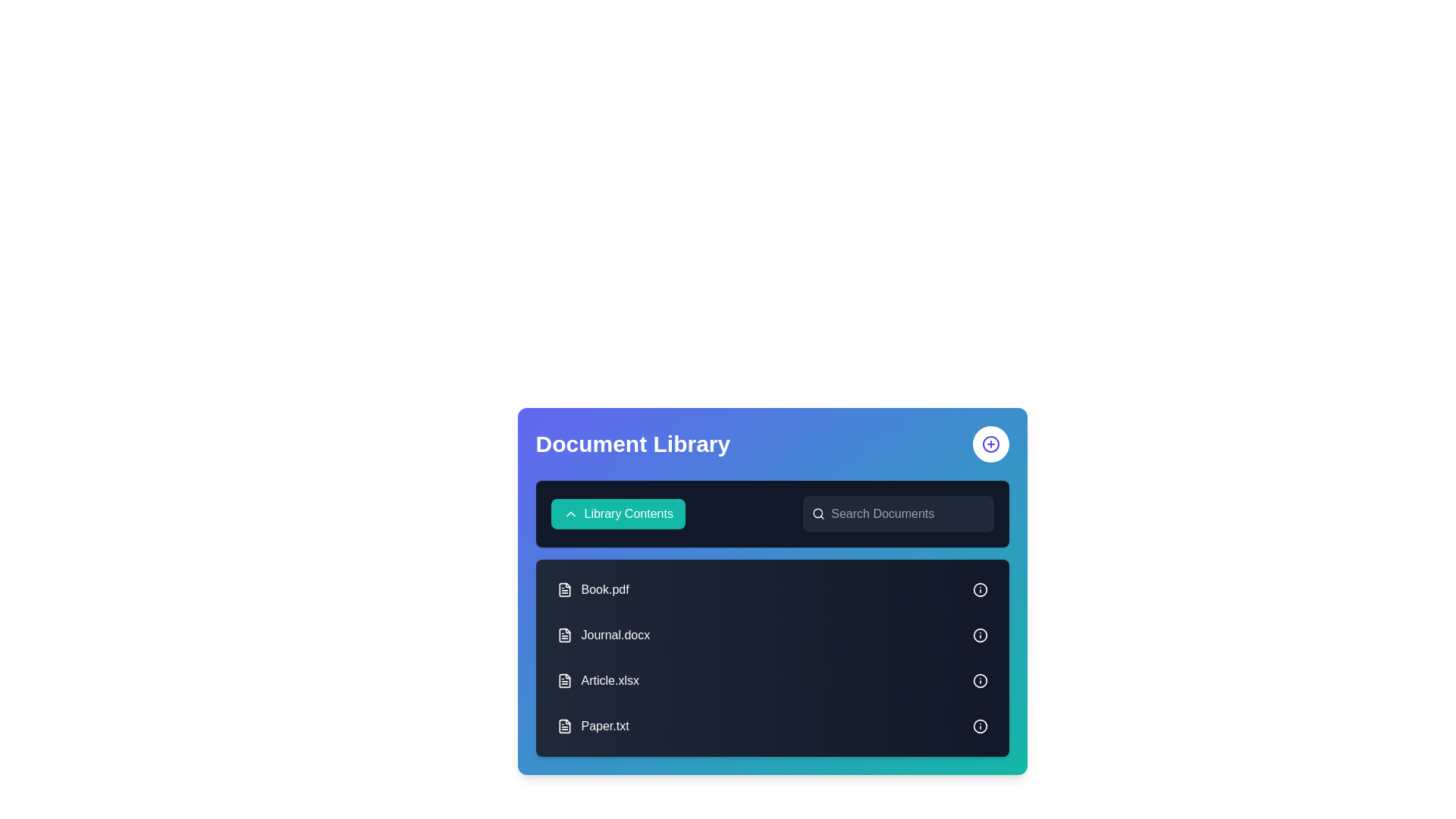  Describe the element at coordinates (563, 635) in the screenshot. I see `the file document icon next to the text 'Journal.docx' in the Document Library section` at that location.